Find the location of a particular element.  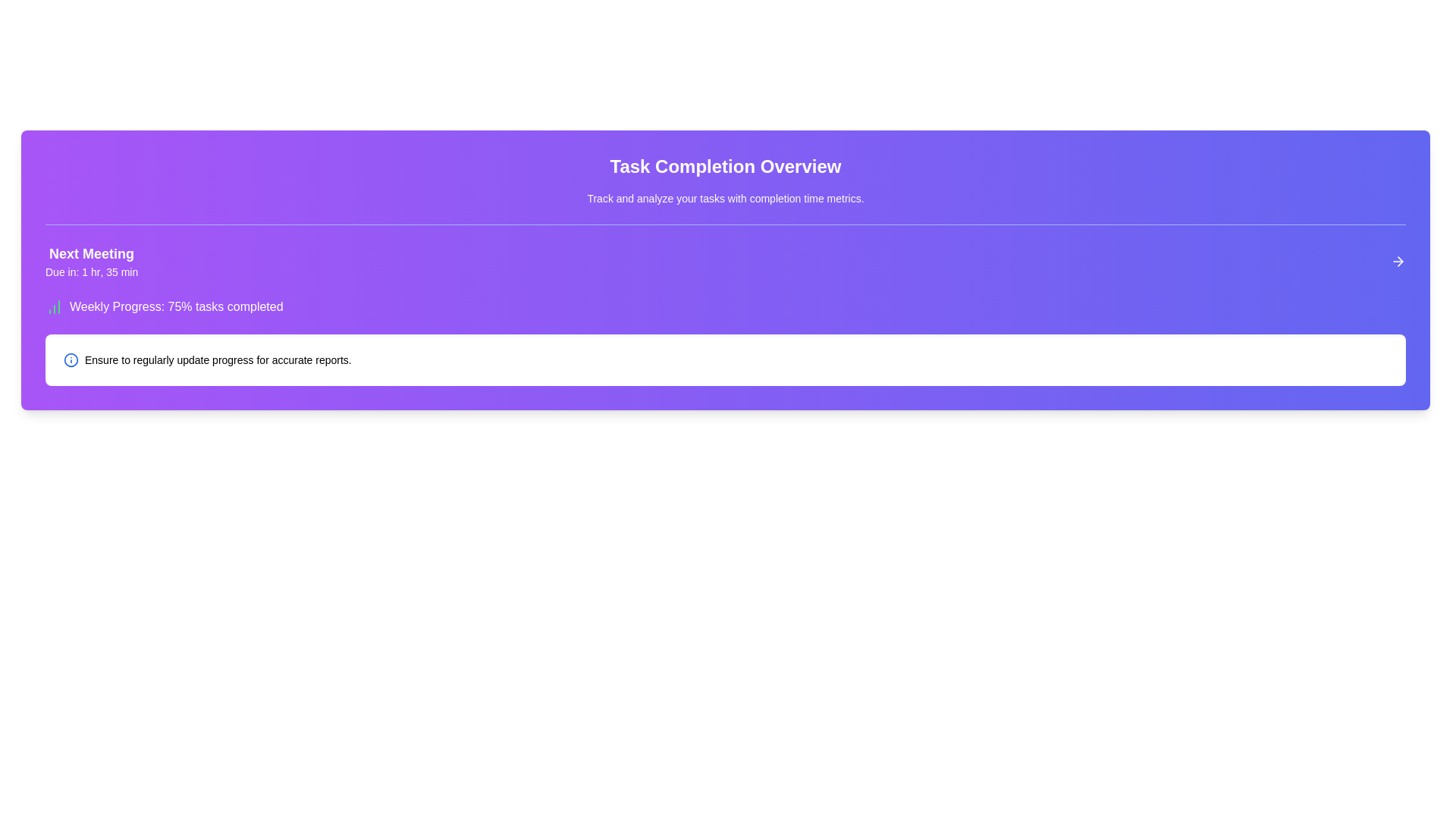

the information icon located at the left end of the horizontally aligned group preceding the text 'Ensure to regularly update progress for accurate reports.' is located at coordinates (71, 359).